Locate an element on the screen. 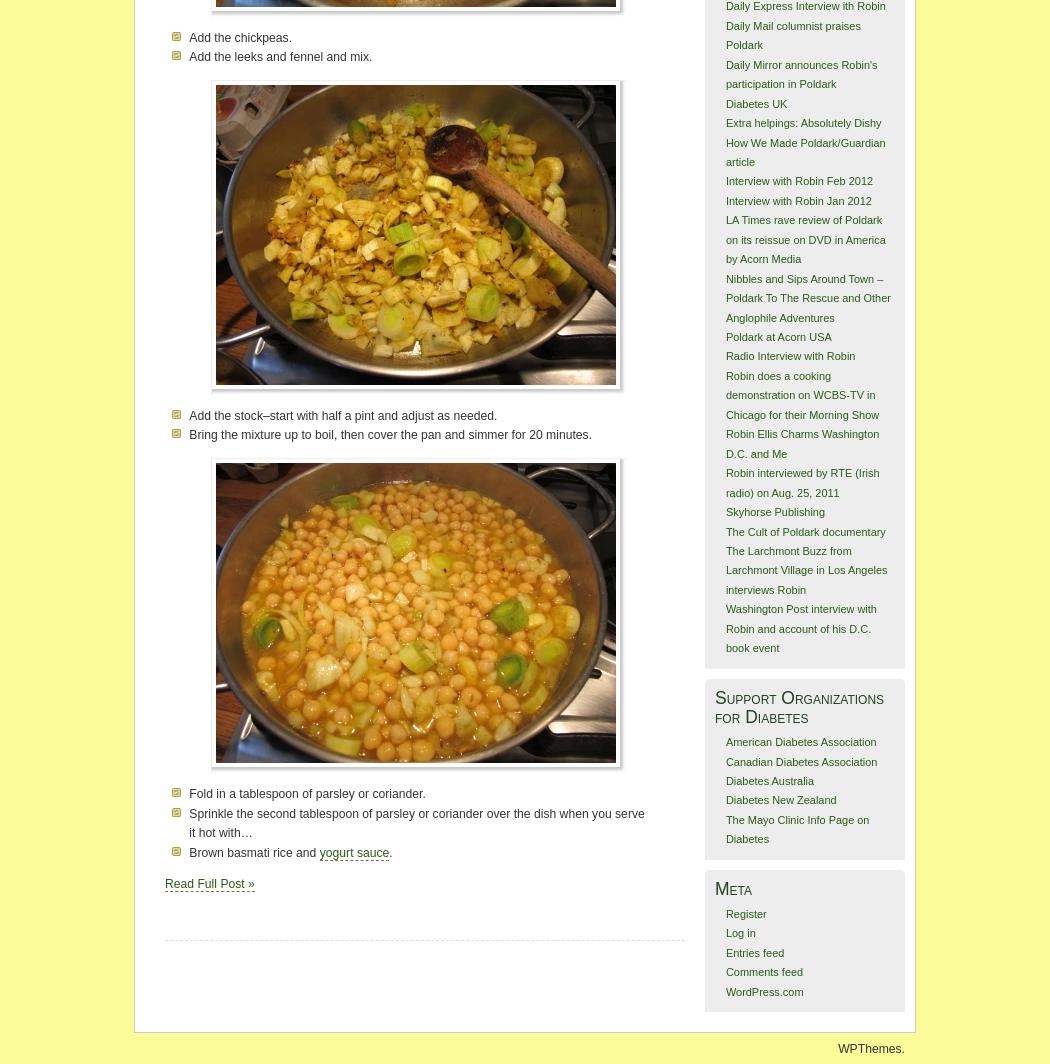 This screenshot has width=1050, height=1064. 'Extra helpings: Absolutely Dishy' is located at coordinates (802, 122).